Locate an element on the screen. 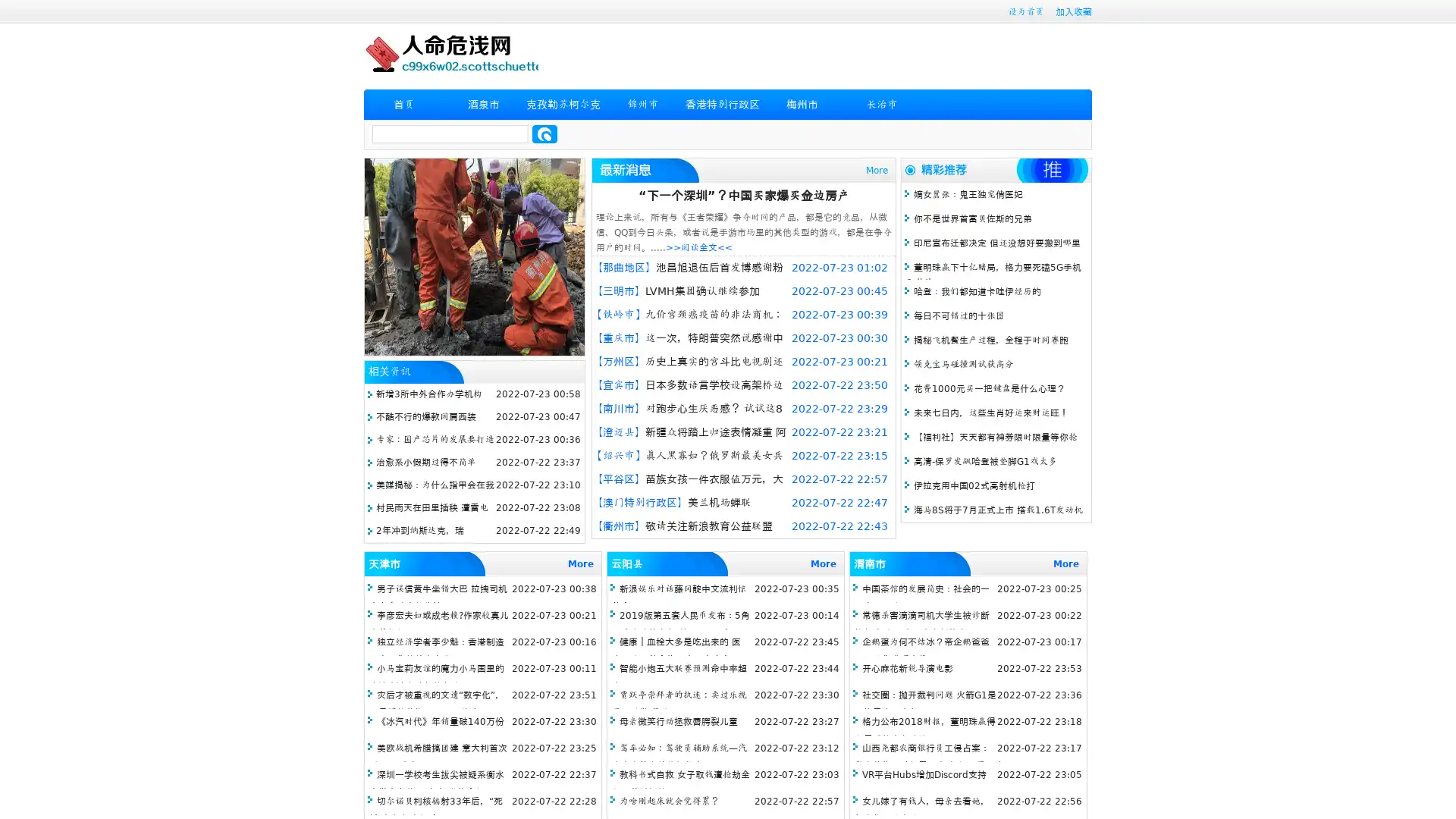  Search is located at coordinates (544, 133).